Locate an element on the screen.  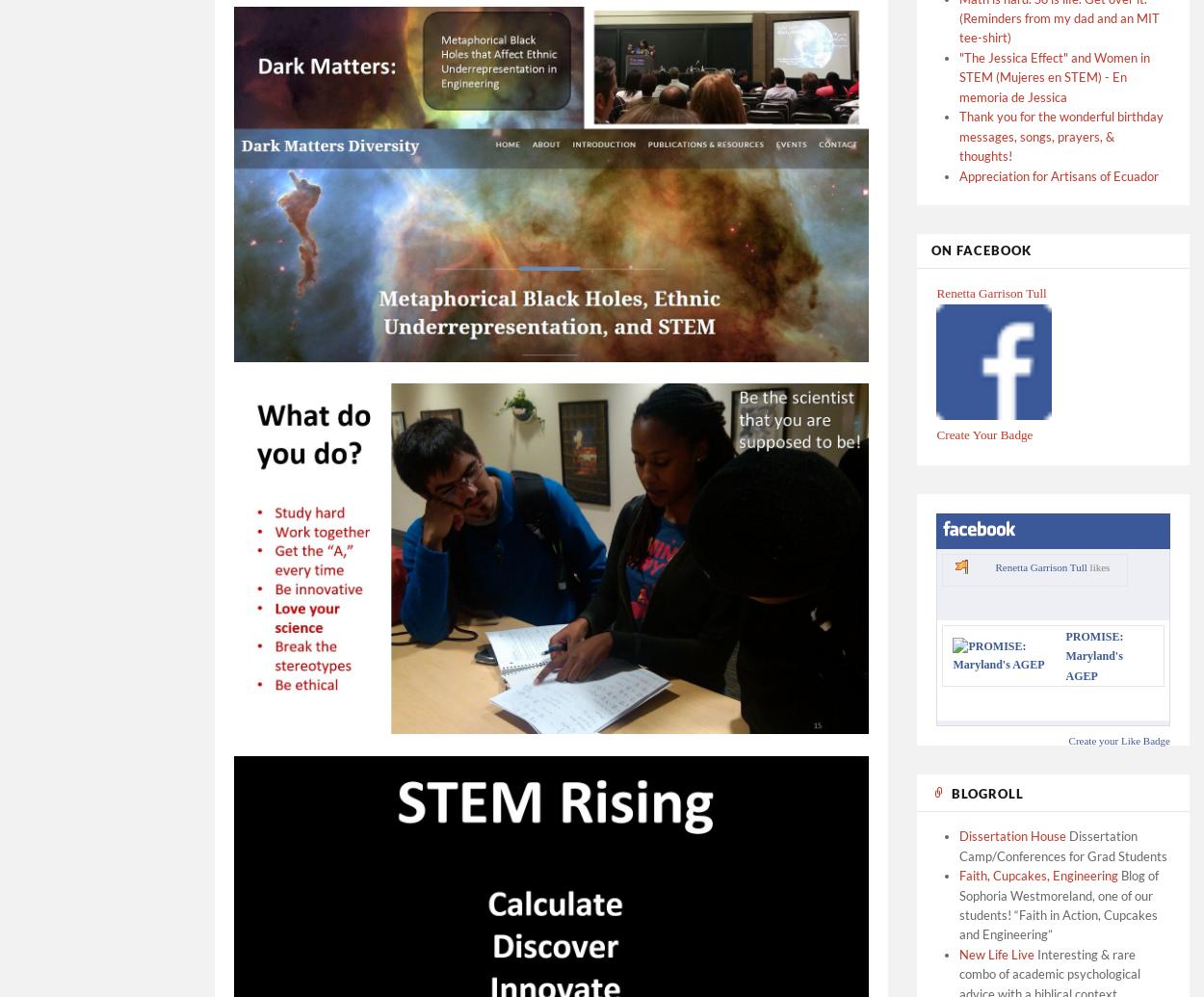
'Dissertation Camp/Conferences for Grad Students' is located at coordinates (1062, 844).